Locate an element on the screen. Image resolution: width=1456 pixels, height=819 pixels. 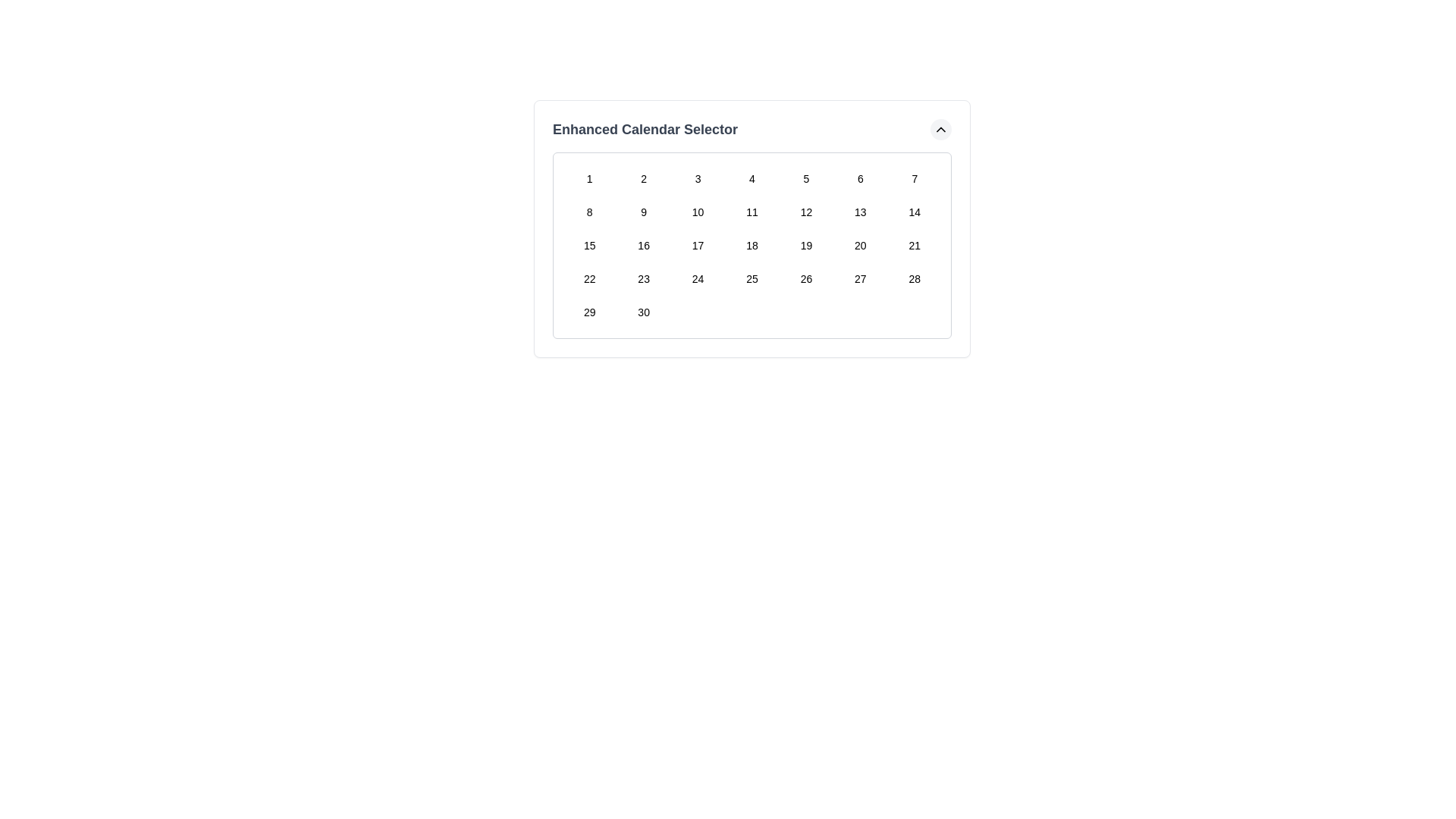
the date selection button for '6' in the Enhanced Calendar Selector is located at coordinates (860, 177).